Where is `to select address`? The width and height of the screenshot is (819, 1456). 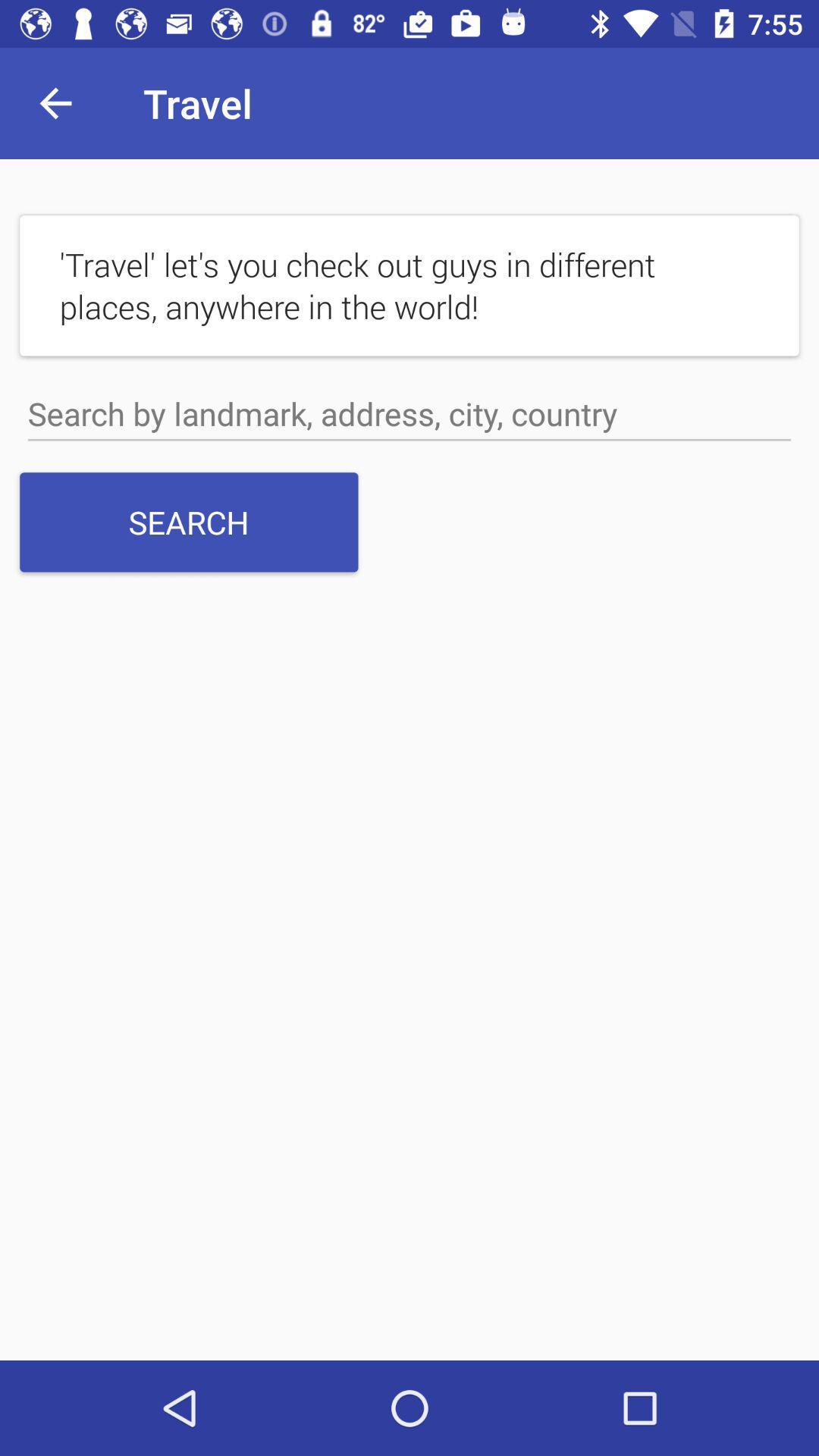
to select address is located at coordinates (409, 414).